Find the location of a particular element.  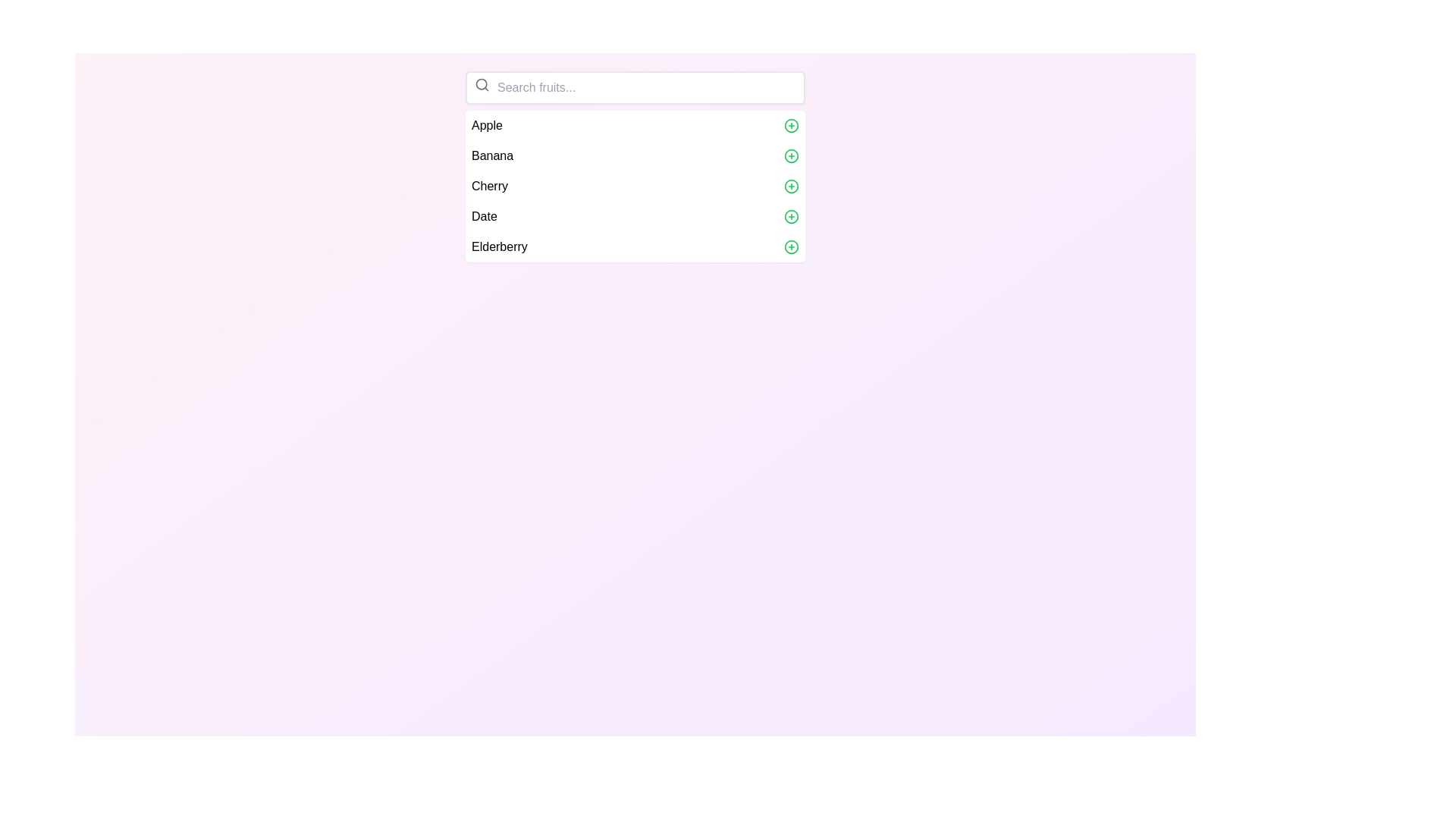

the 'Banana' list item in the fruit selection interface, which is the second item in a vertical list, located within a white, rounded rectangle is located at coordinates (635, 155).